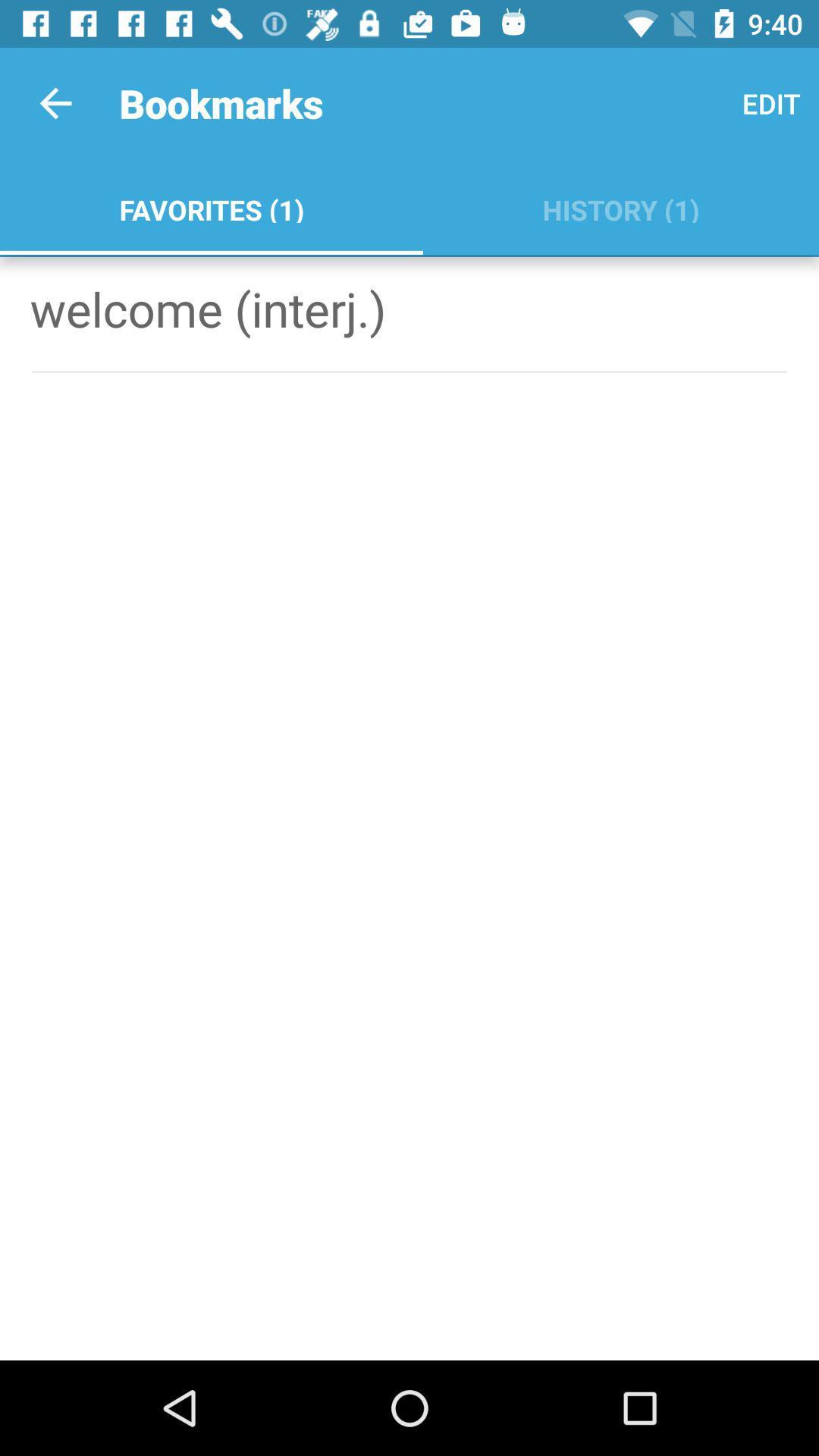  I want to click on item above the favorites (1) icon, so click(55, 102).